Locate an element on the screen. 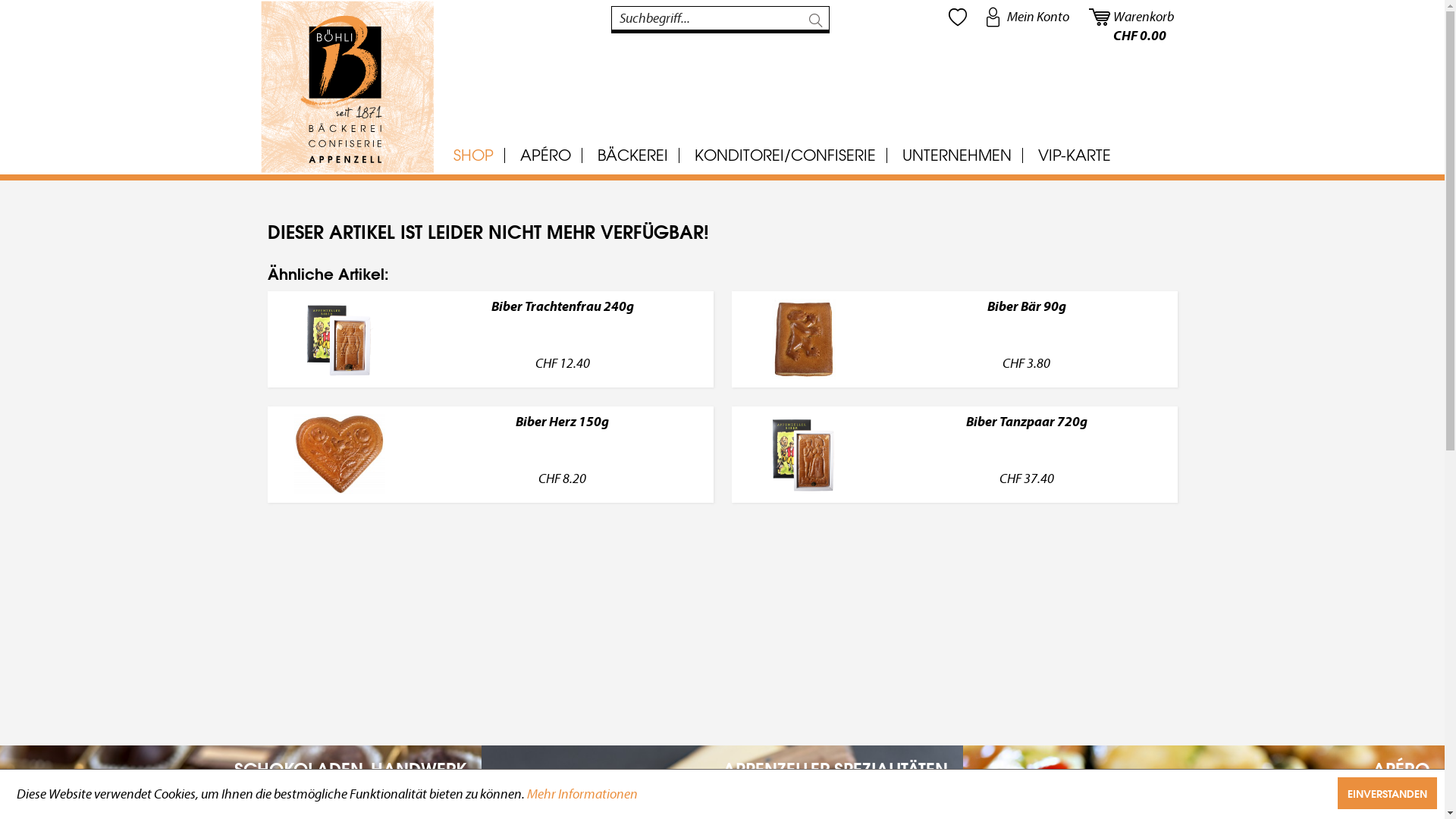  'SHOP' is located at coordinates (472, 155).